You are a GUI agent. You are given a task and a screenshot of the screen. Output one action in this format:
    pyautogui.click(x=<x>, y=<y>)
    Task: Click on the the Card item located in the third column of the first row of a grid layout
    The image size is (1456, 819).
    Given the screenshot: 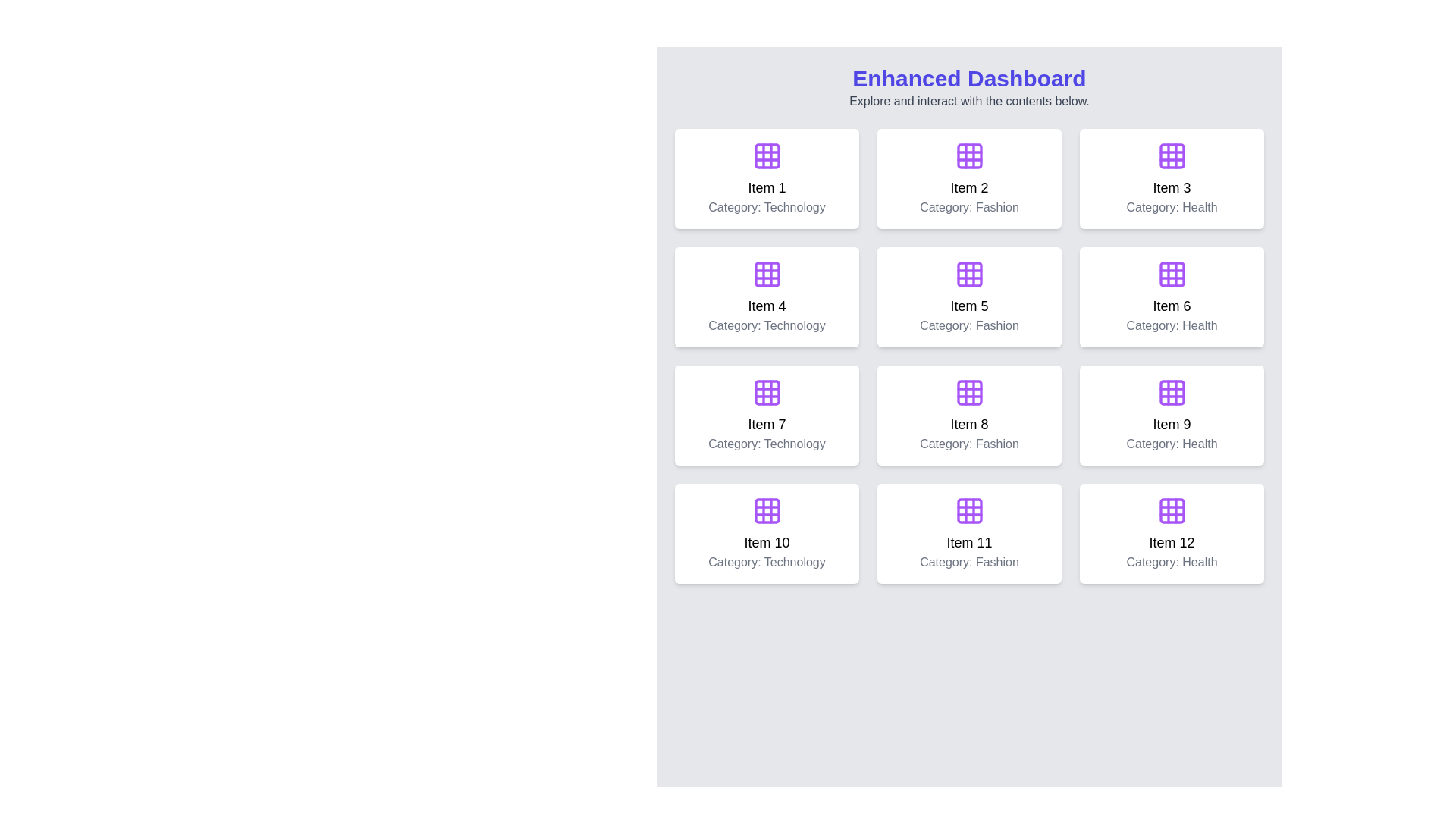 What is the action you would take?
    pyautogui.click(x=1171, y=177)
    